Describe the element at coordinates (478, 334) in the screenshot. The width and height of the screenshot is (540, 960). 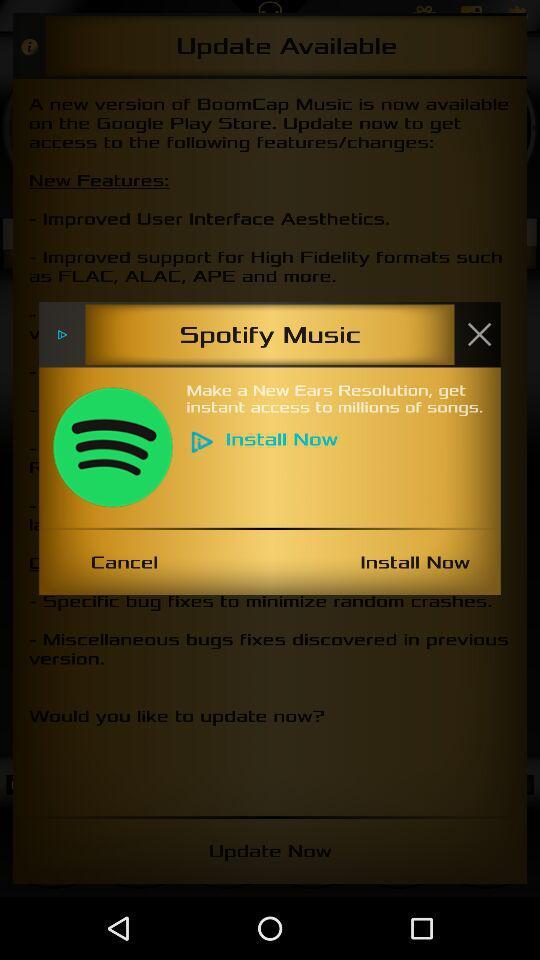
I see `item above make a new icon` at that location.